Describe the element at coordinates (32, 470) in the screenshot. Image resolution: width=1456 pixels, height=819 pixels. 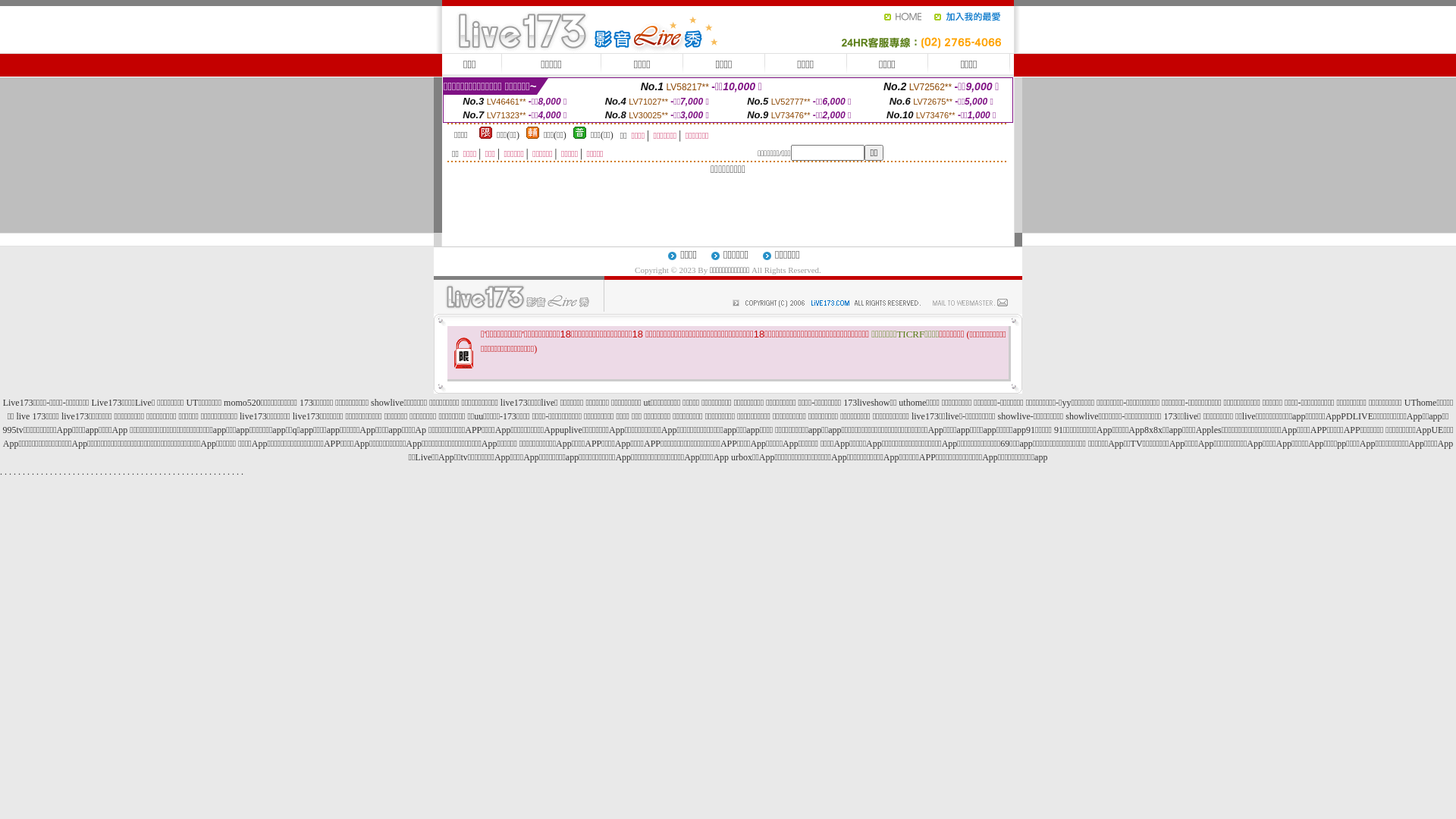
I see `'.'` at that location.